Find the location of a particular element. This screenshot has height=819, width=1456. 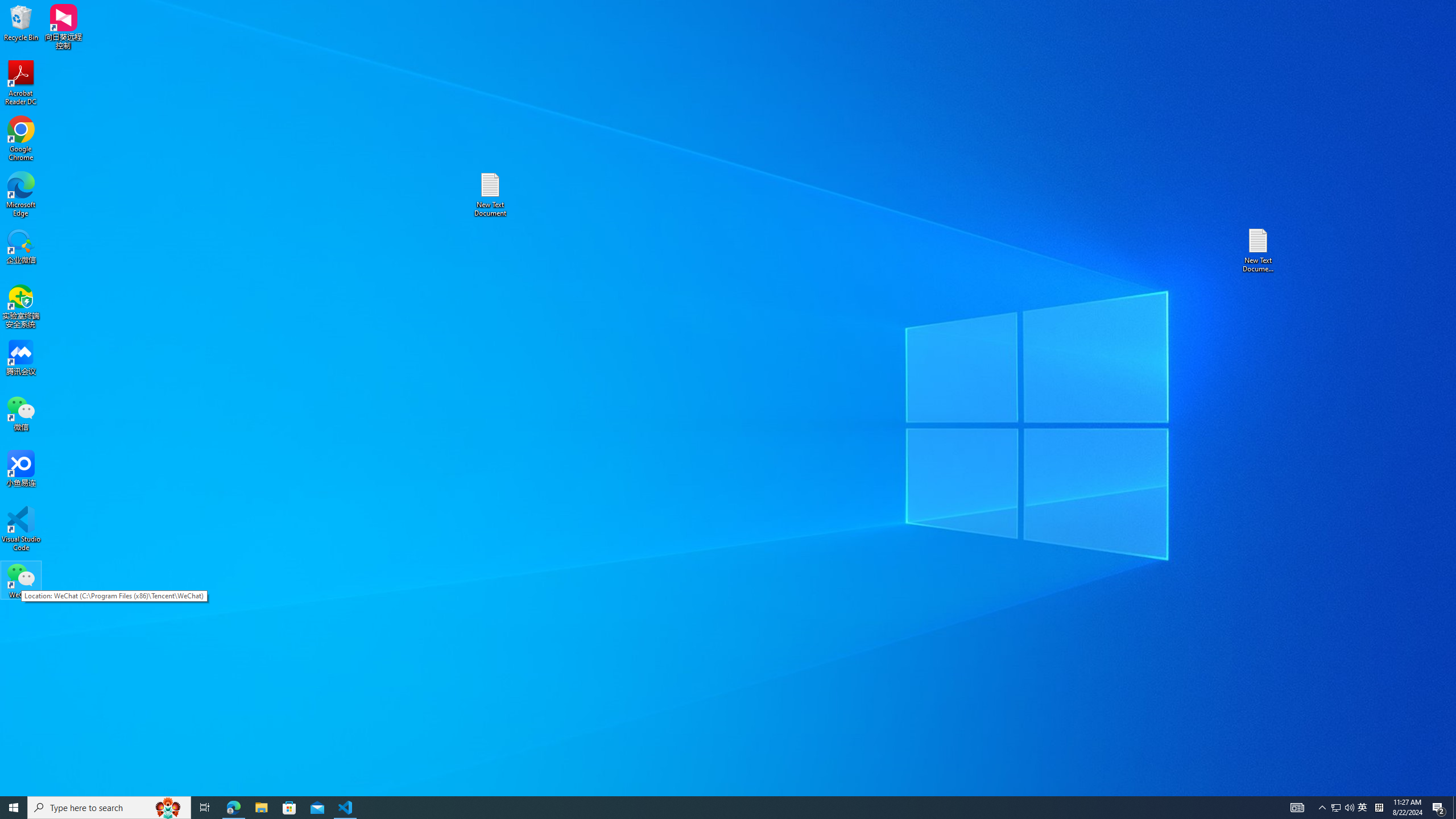

'Microsoft Store' is located at coordinates (289, 806).